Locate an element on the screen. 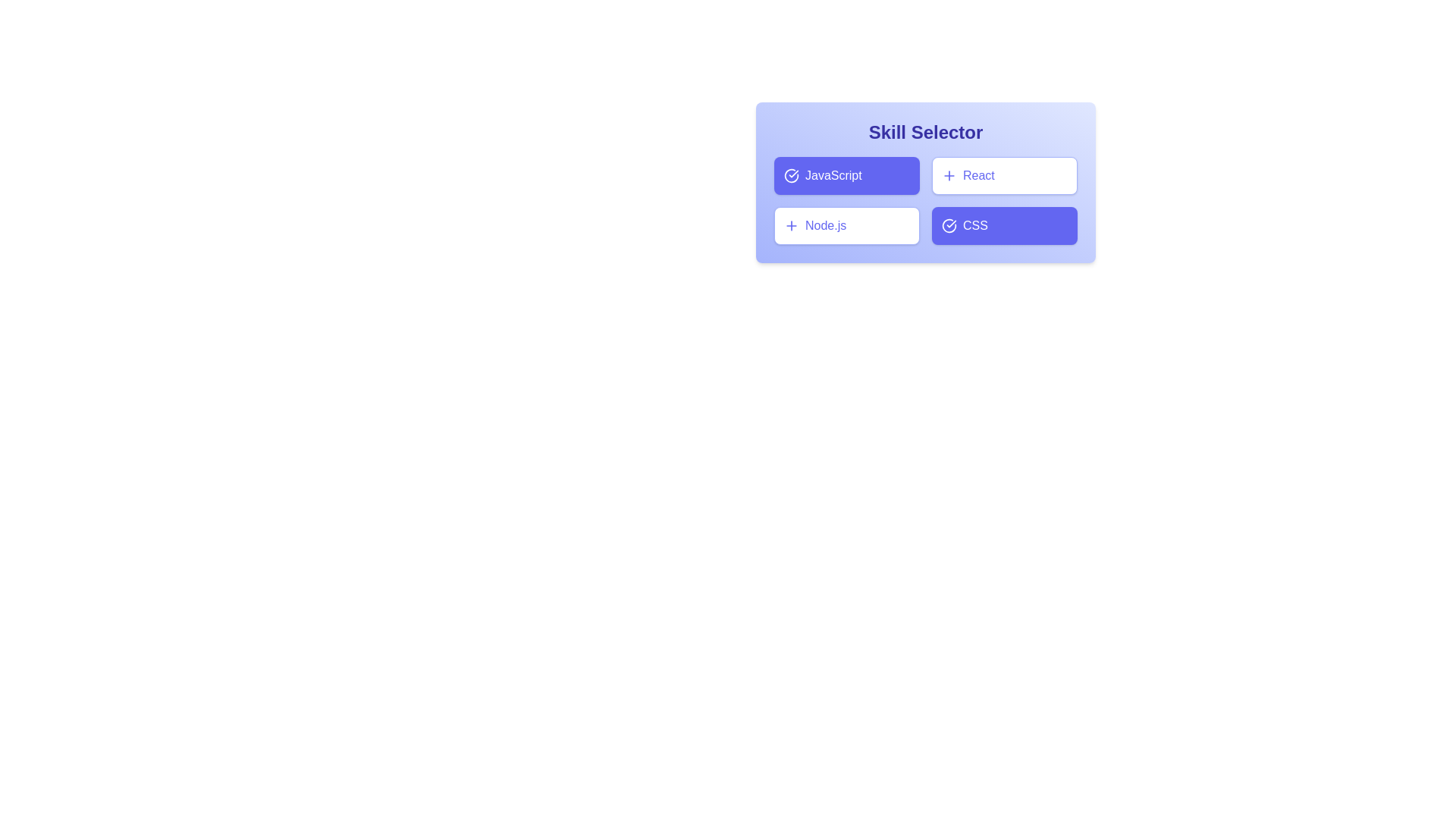 The image size is (1456, 819). the skill CSS is located at coordinates (1004, 225).